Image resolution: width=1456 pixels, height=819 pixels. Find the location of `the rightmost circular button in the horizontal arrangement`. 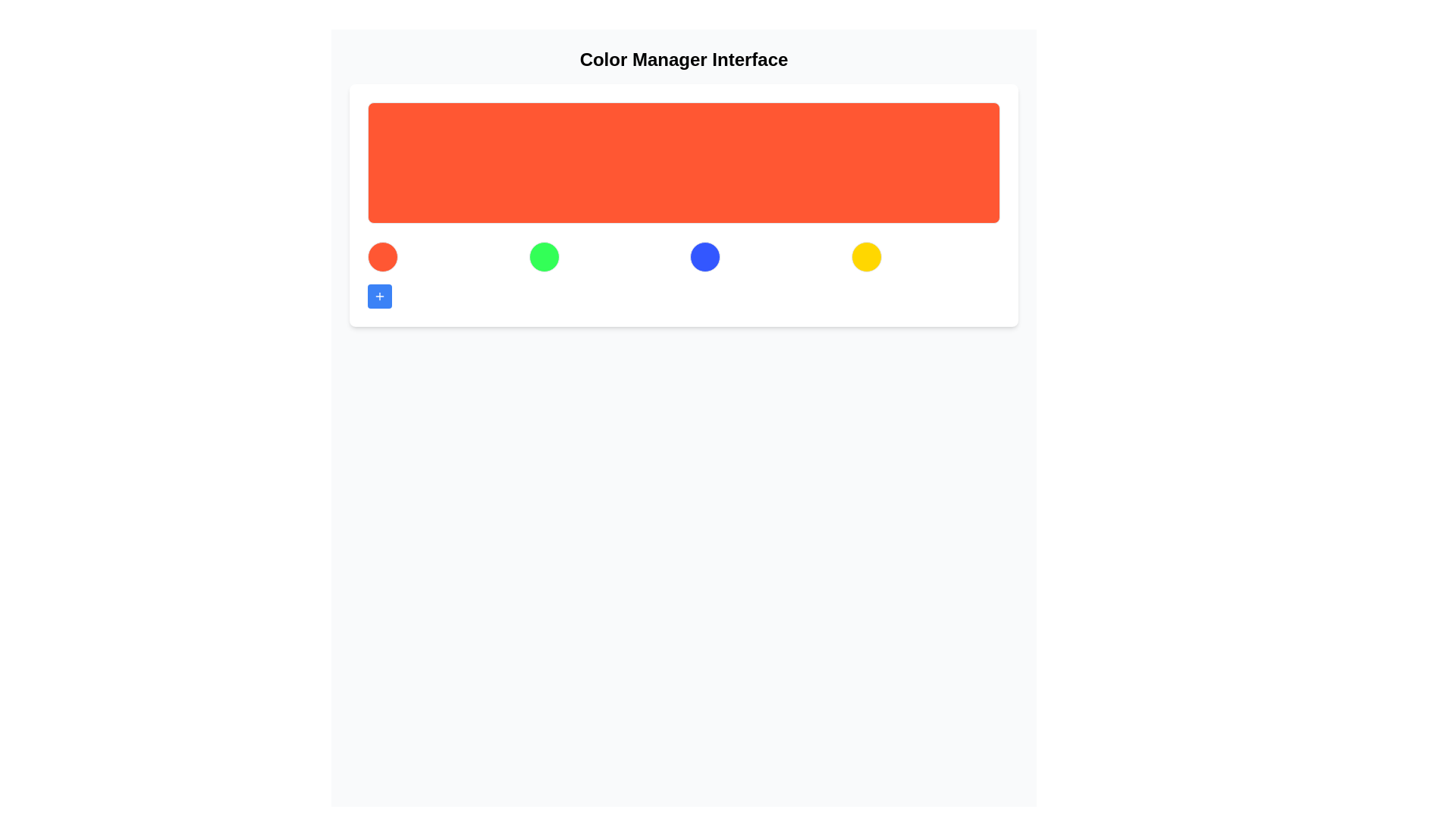

the rightmost circular button in the horizontal arrangement is located at coordinates (866, 256).